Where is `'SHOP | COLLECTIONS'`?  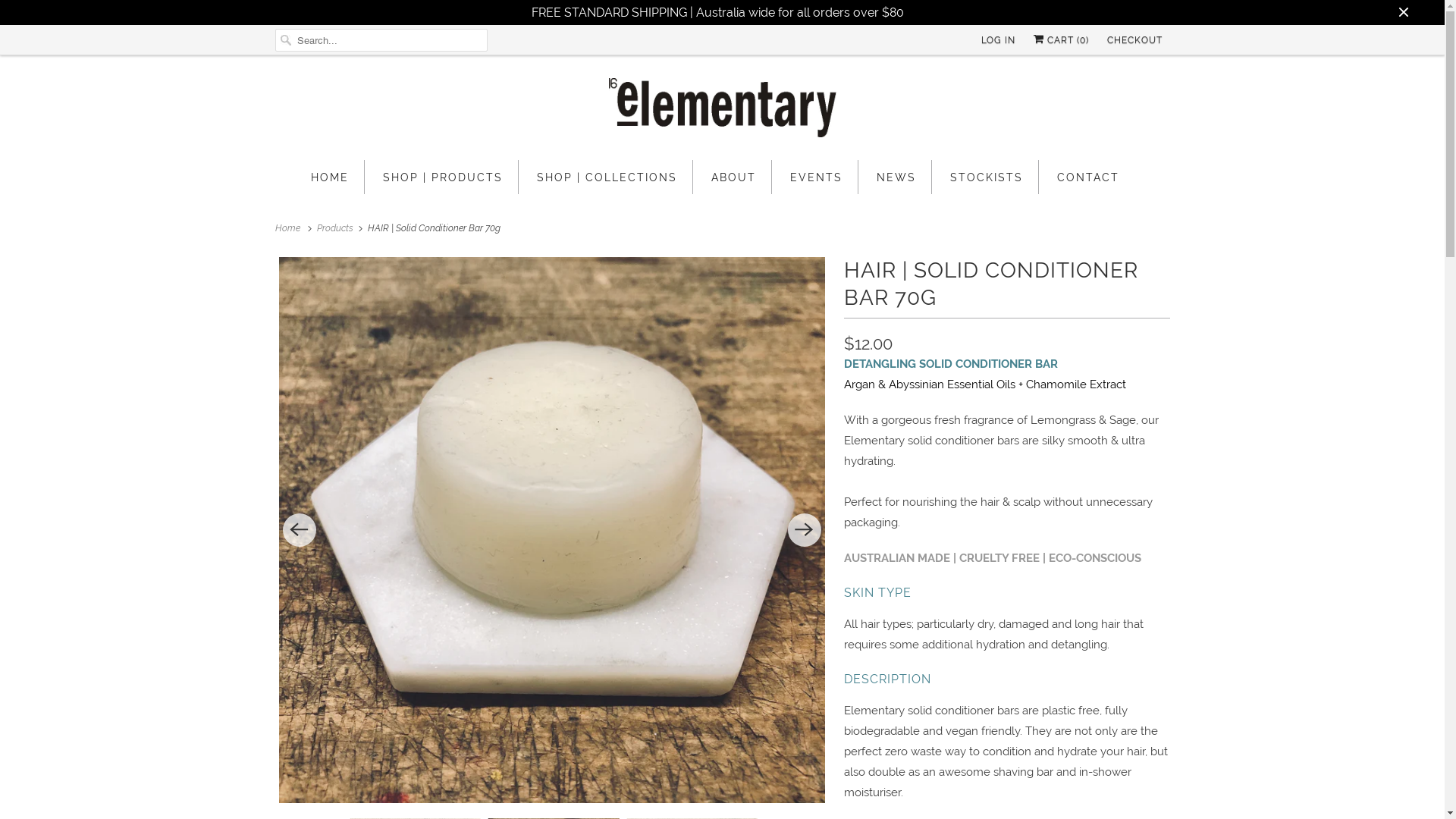
'SHOP | COLLECTIONS' is located at coordinates (607, 176).